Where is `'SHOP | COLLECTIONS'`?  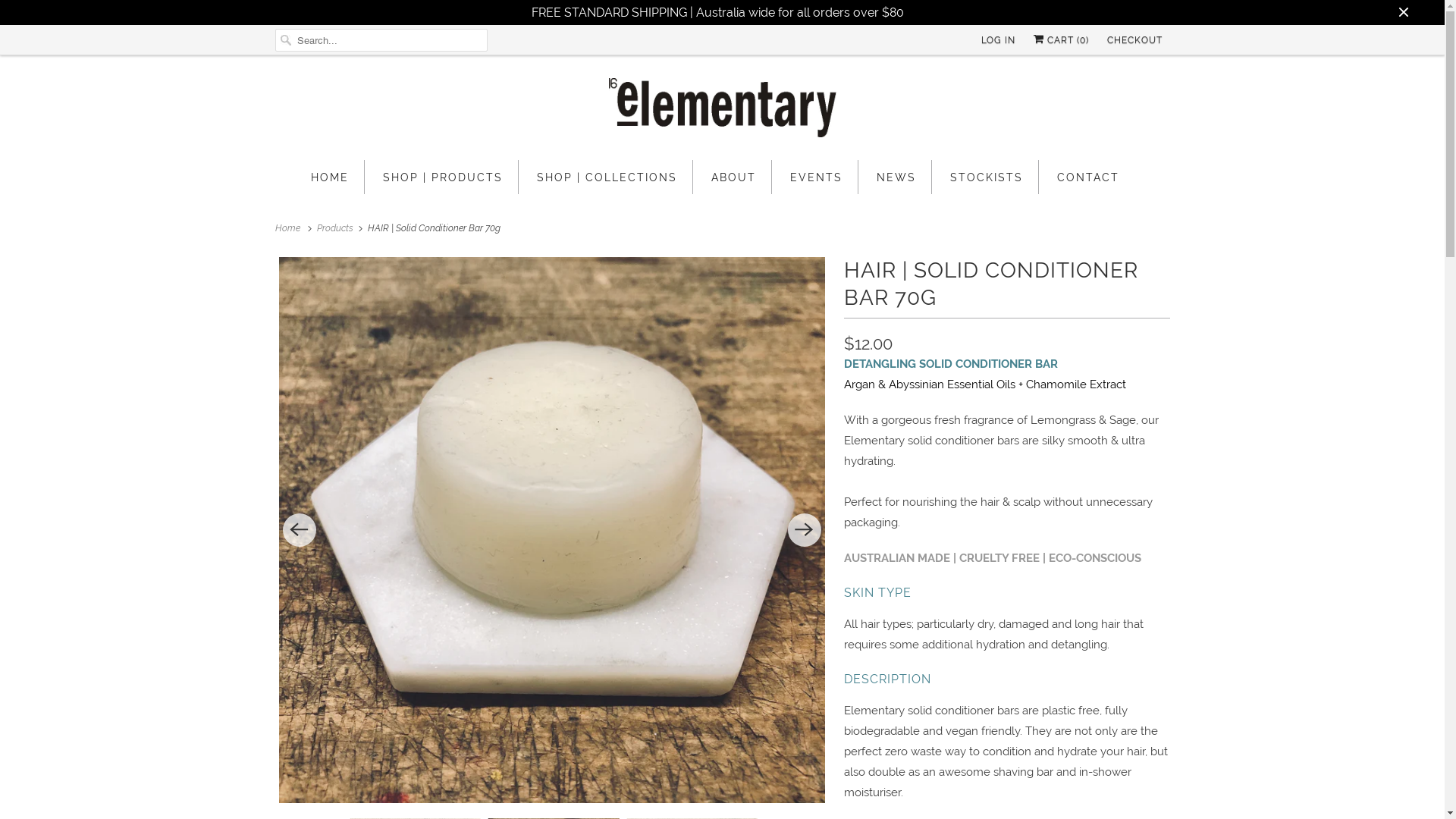
'SHOP | COLLECTIONS' is located at coordinates (607, 176).